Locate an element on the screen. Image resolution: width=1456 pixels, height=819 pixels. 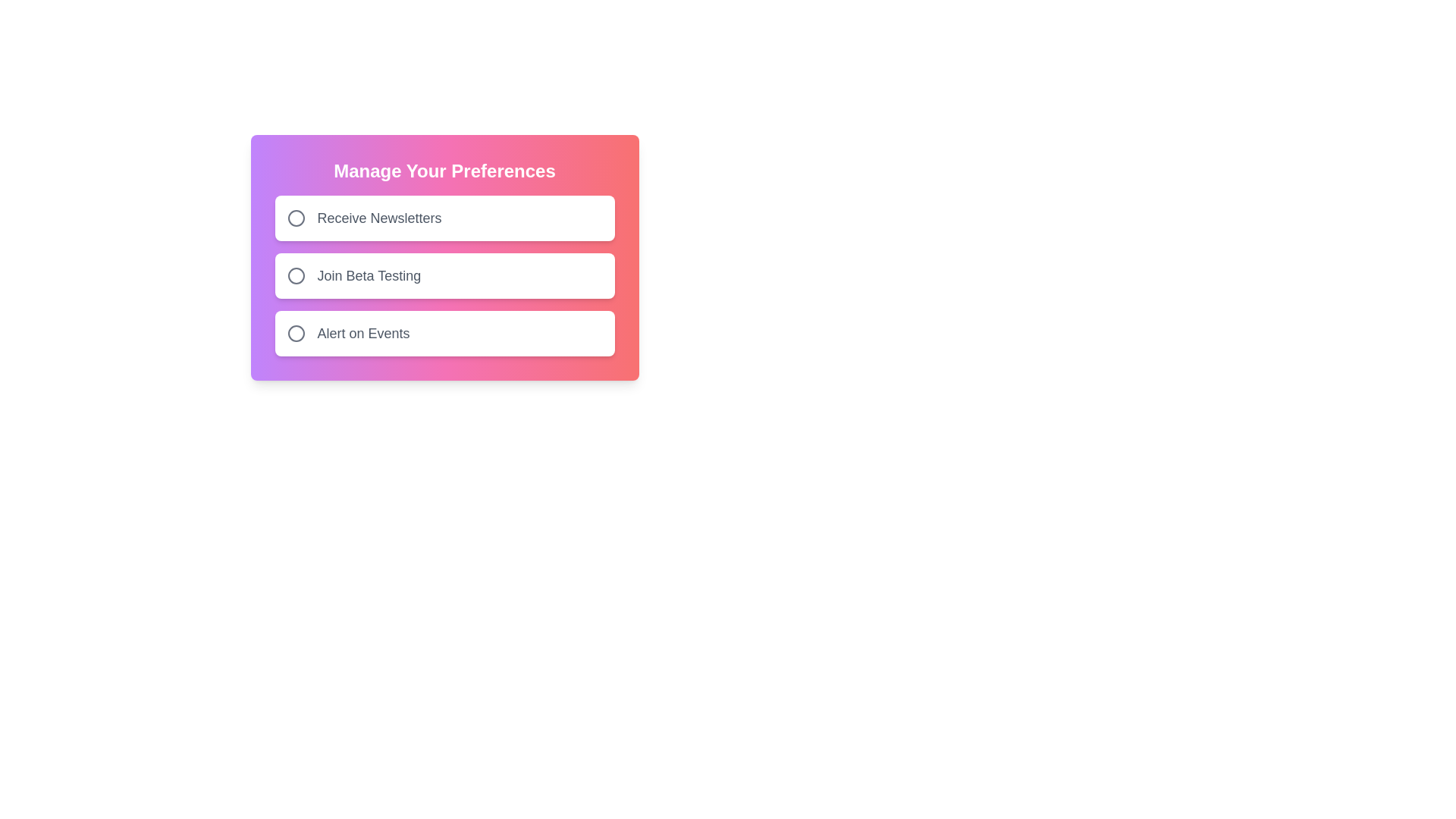
the selectable item in the list located at the bottom-most position, underneath the 'Join Beta Testing' element is located at coordinates (444, 332).